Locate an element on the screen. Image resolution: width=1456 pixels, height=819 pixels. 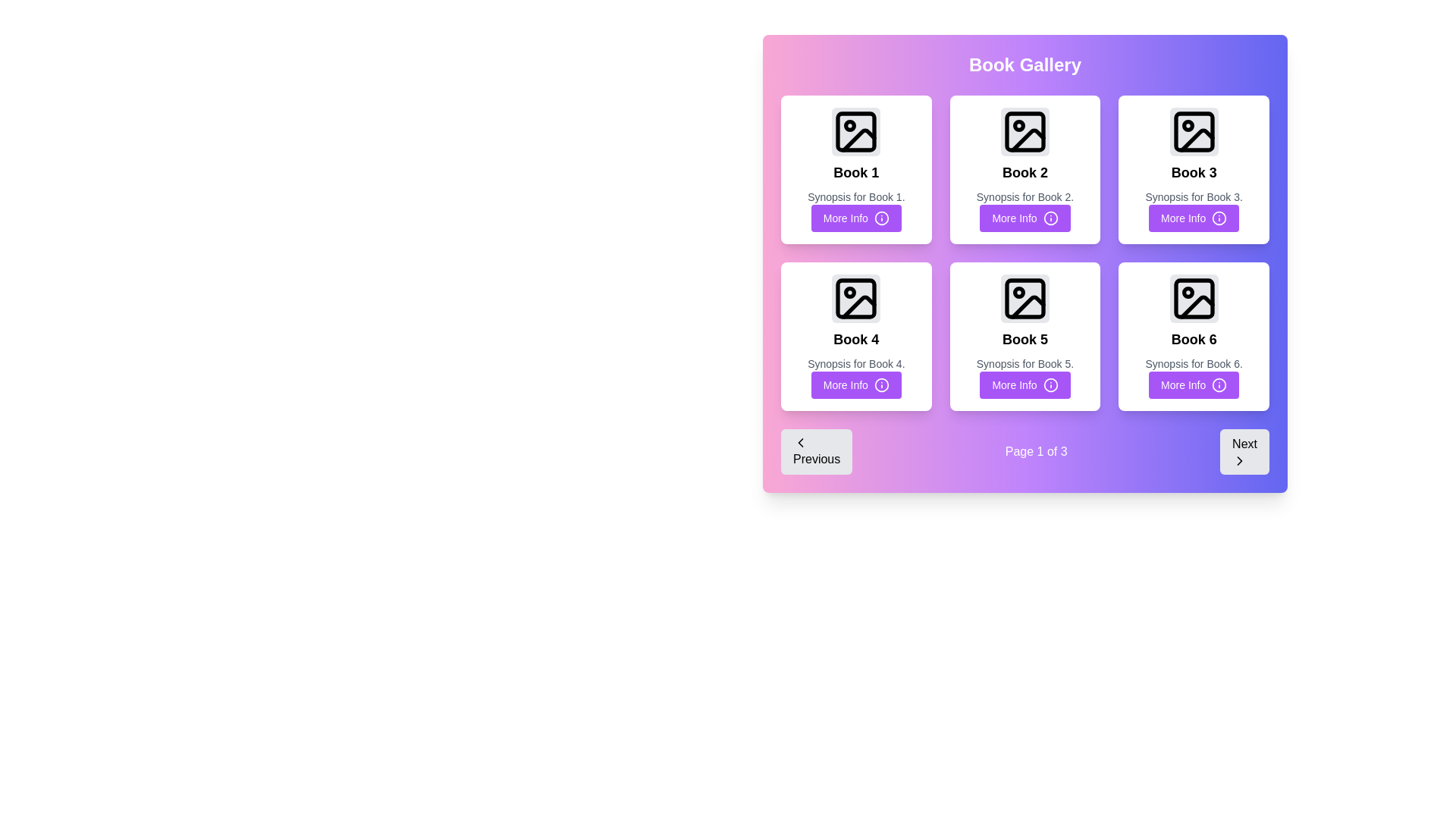
the rounded rectangle inside the image icon of the 'Book 3' card located in the top-right corner of the grid is located at coordinates (1193, 130).